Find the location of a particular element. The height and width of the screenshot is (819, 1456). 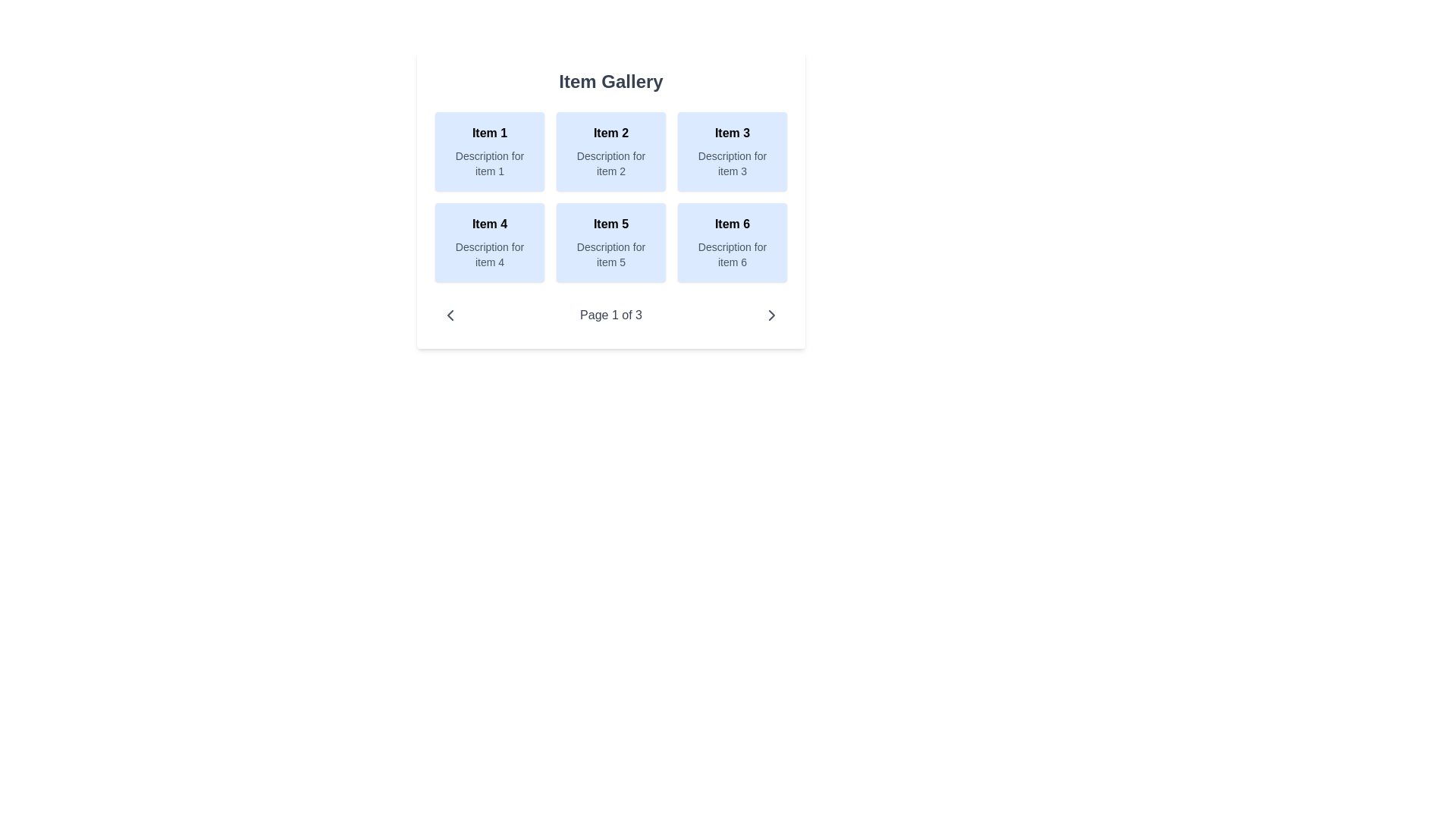

the text label indicating the name or title of the sixth item in the grid, located in the bottom-right corner of the grid layout is located at coordinates (732, 224).